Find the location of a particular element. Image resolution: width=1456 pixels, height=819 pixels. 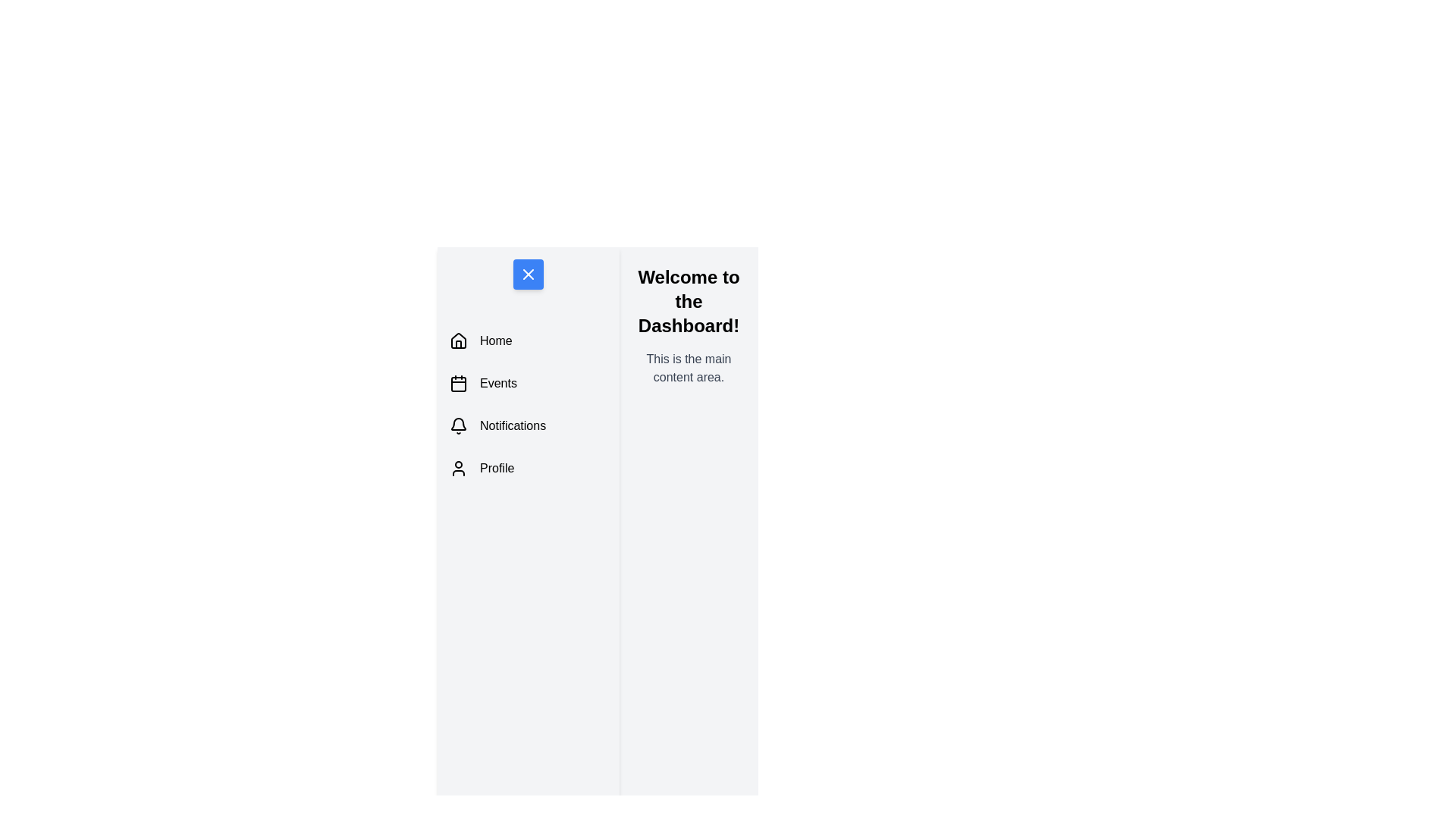

the 'Events' text label in the vertical navigation menu is located at coordinates (498, 382).